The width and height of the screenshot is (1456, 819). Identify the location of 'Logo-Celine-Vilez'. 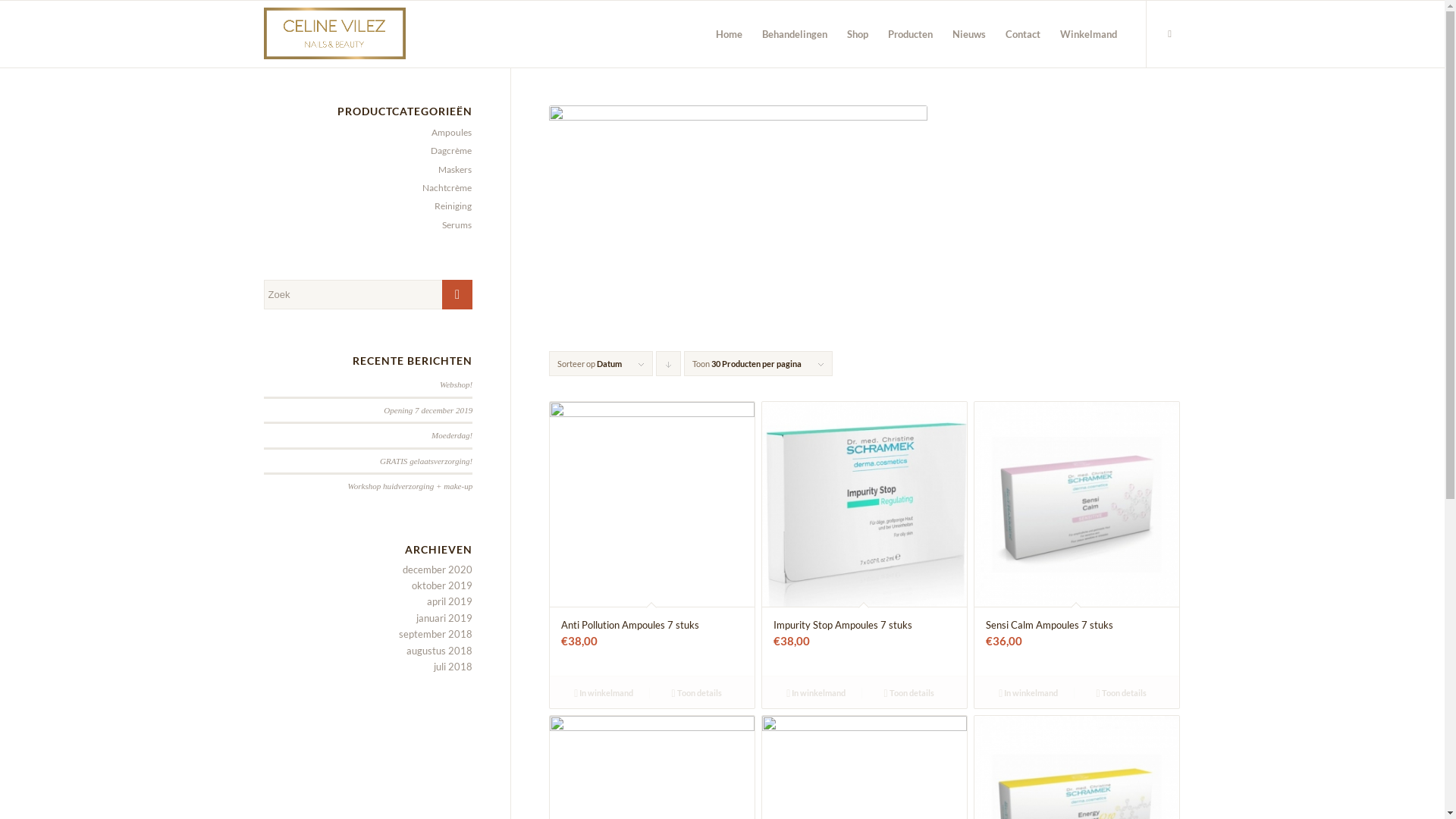
(263, 34).